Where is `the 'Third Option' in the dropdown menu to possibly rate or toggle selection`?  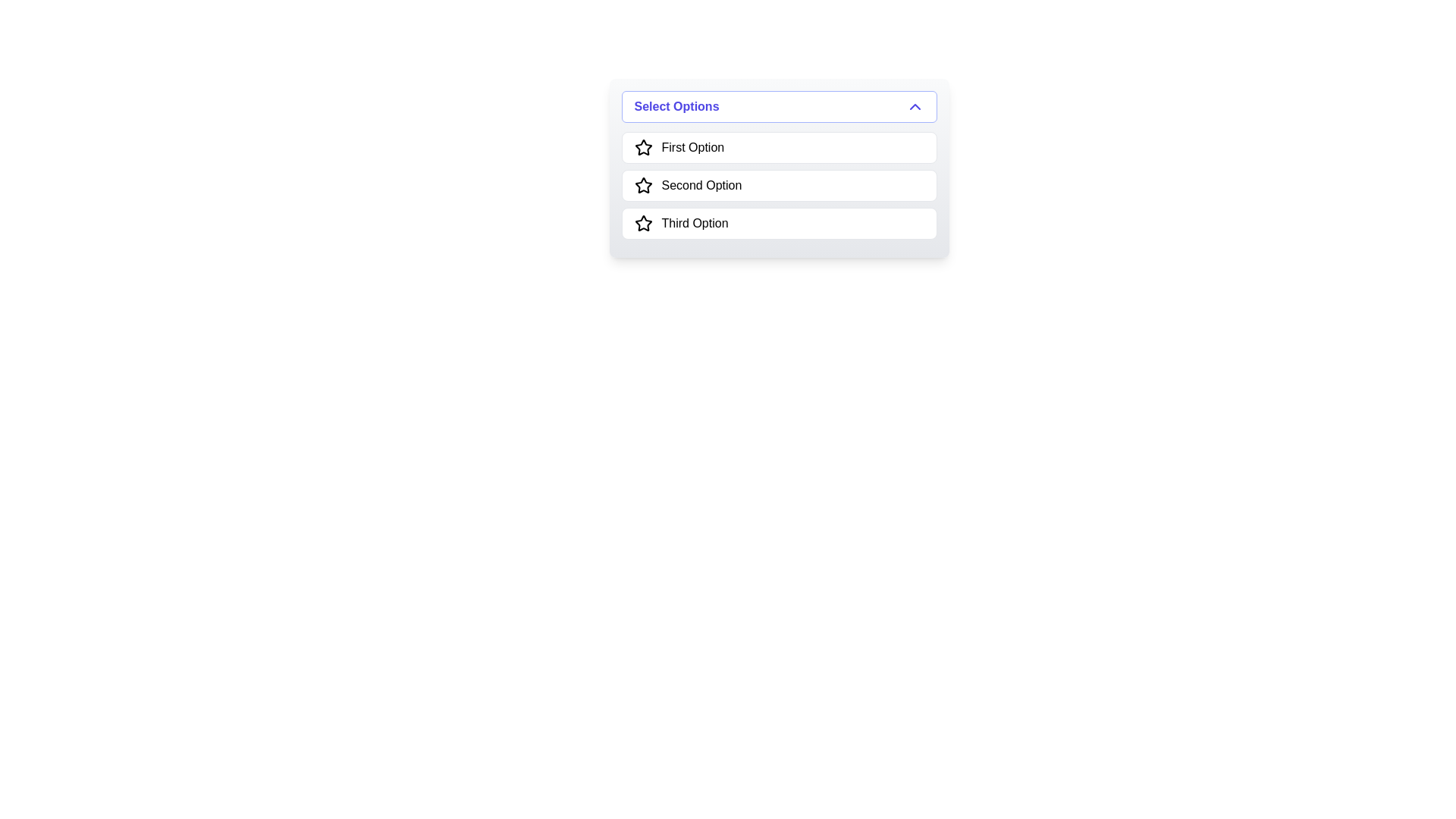 the 'Third Option' in the dropdown menu to possibly rate or toggle selection is located at coordinates (779, 223).